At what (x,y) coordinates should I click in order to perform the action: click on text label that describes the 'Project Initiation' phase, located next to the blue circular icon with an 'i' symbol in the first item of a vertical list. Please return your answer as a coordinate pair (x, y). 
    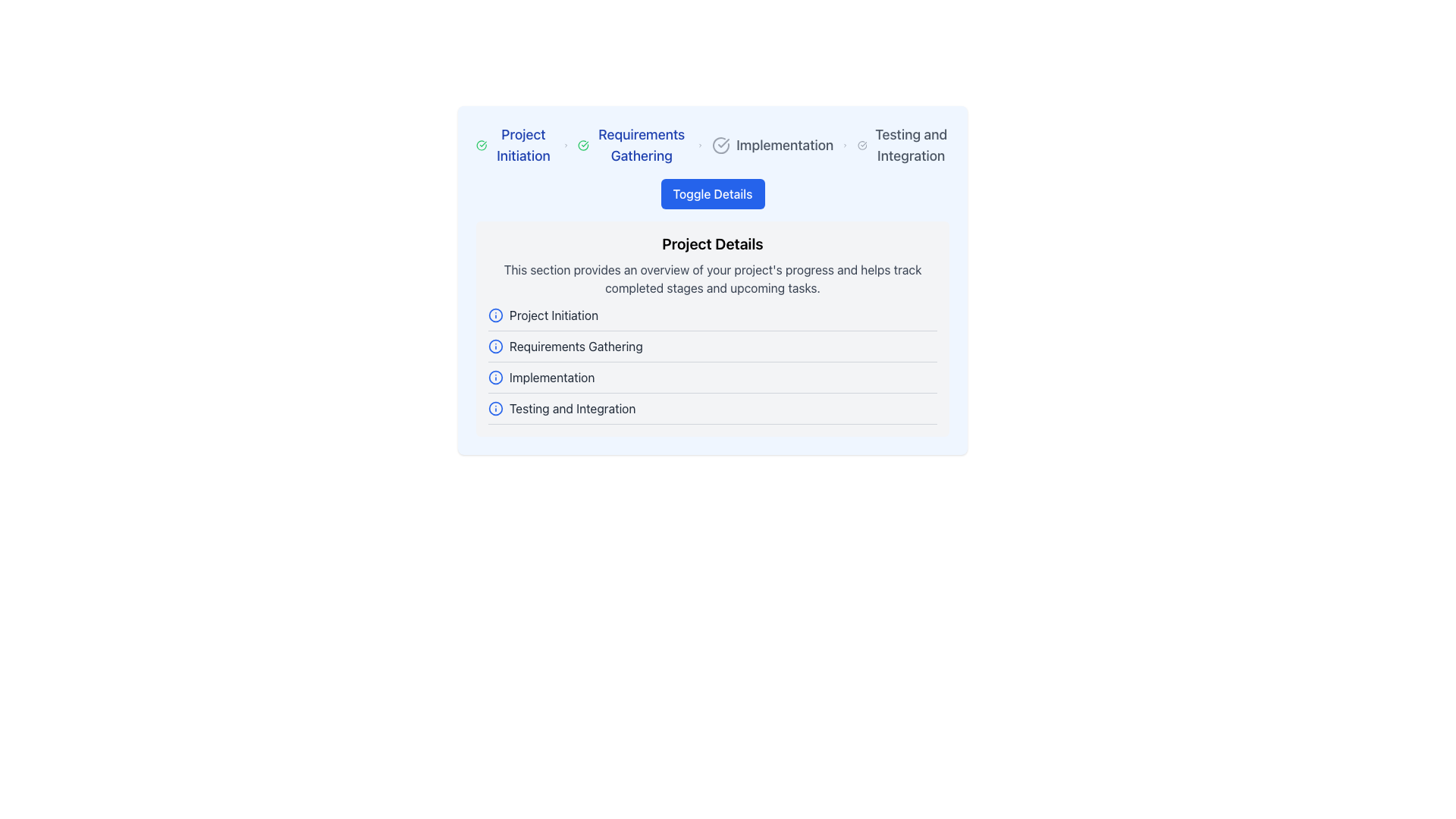
    Looking at the image, I should click on (553, 315).